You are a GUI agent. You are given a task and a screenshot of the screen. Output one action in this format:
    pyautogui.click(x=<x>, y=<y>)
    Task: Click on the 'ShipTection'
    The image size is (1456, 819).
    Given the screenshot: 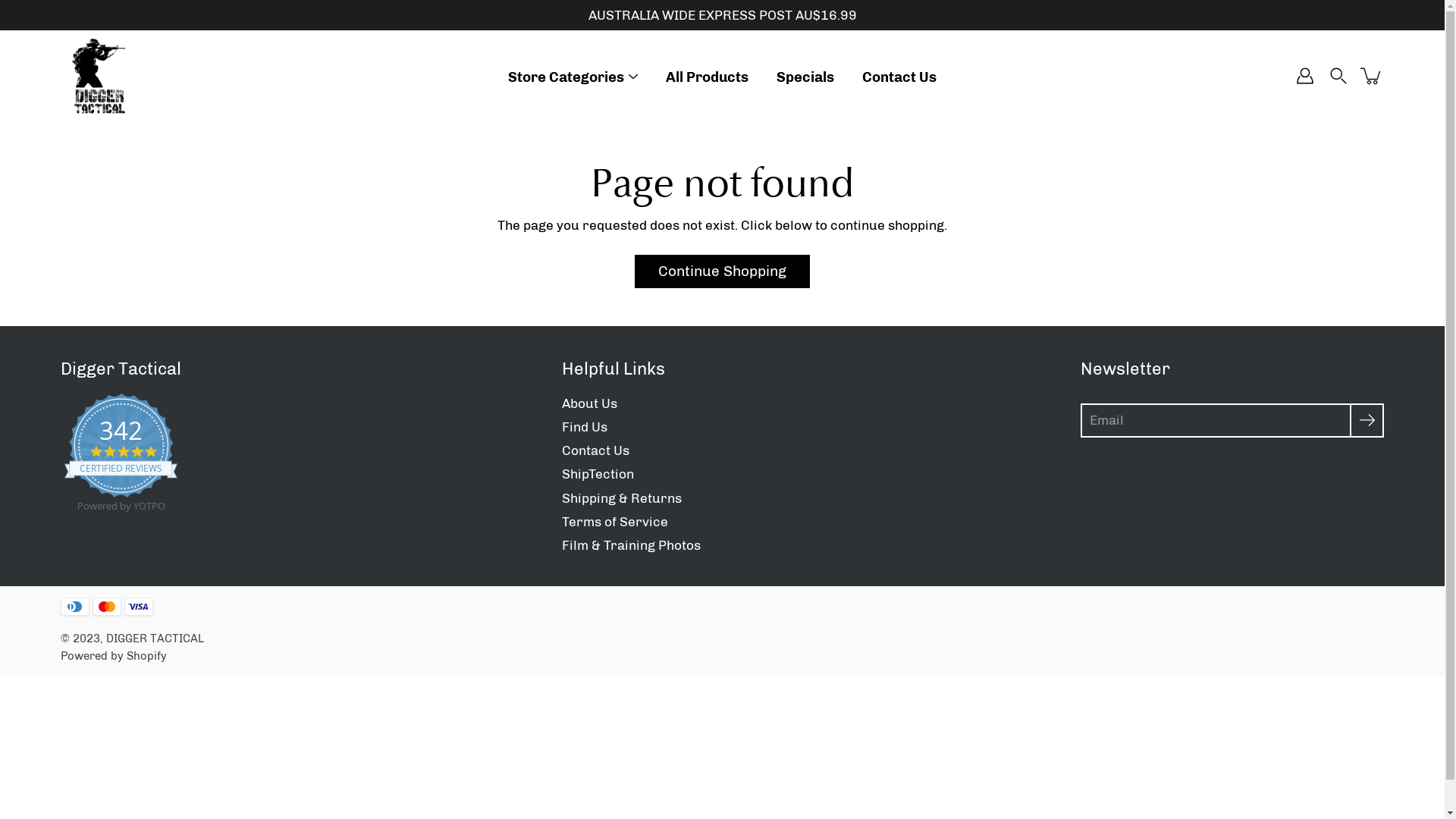 What is the action you would take?
    pyautogui.click(x=596, y=472)
    